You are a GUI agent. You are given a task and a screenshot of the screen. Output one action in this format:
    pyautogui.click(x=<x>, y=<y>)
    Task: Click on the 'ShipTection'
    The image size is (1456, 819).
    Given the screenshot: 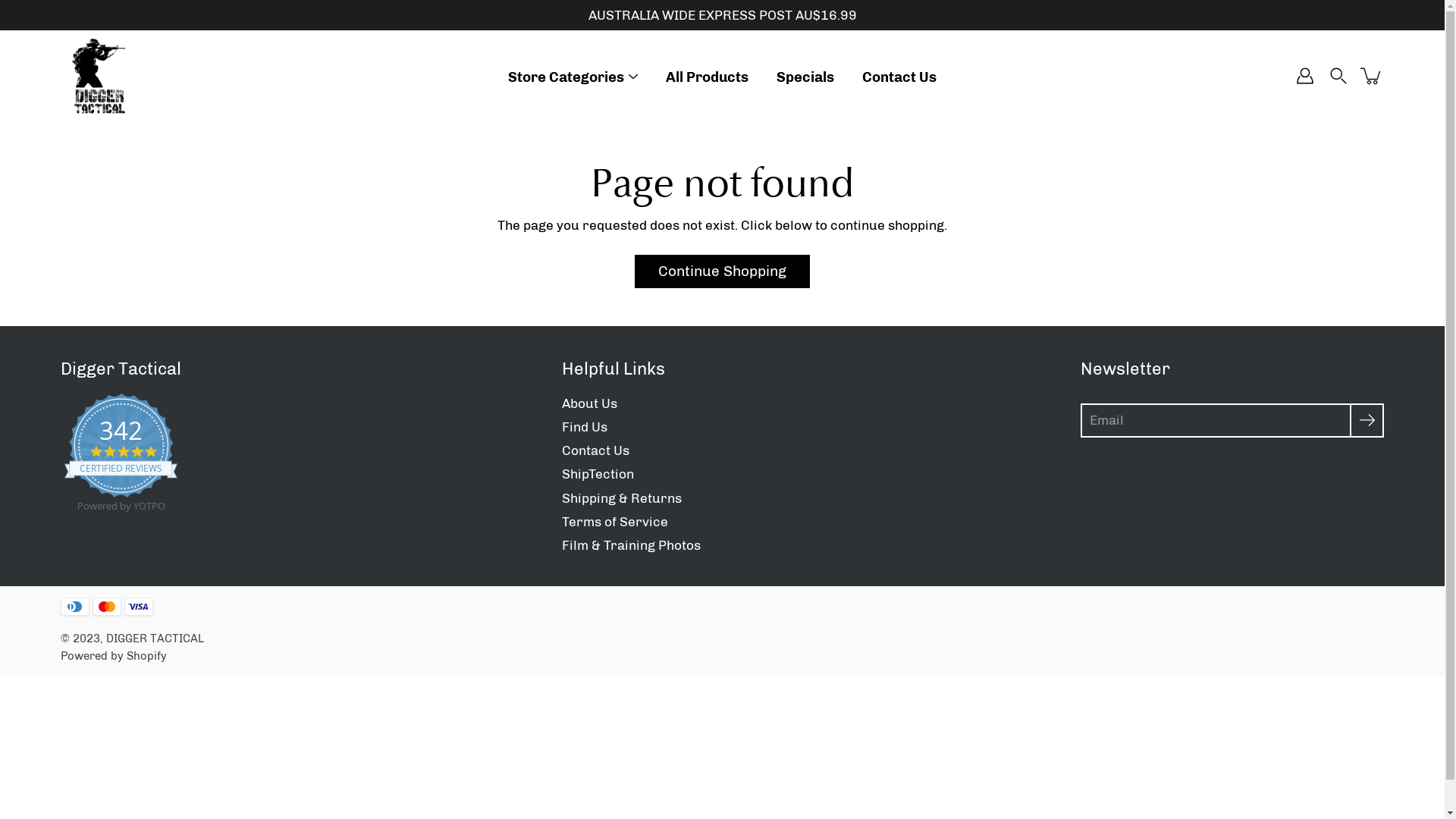 What is the action you would take?
    pyautogui.click(x=596, y=472)
    